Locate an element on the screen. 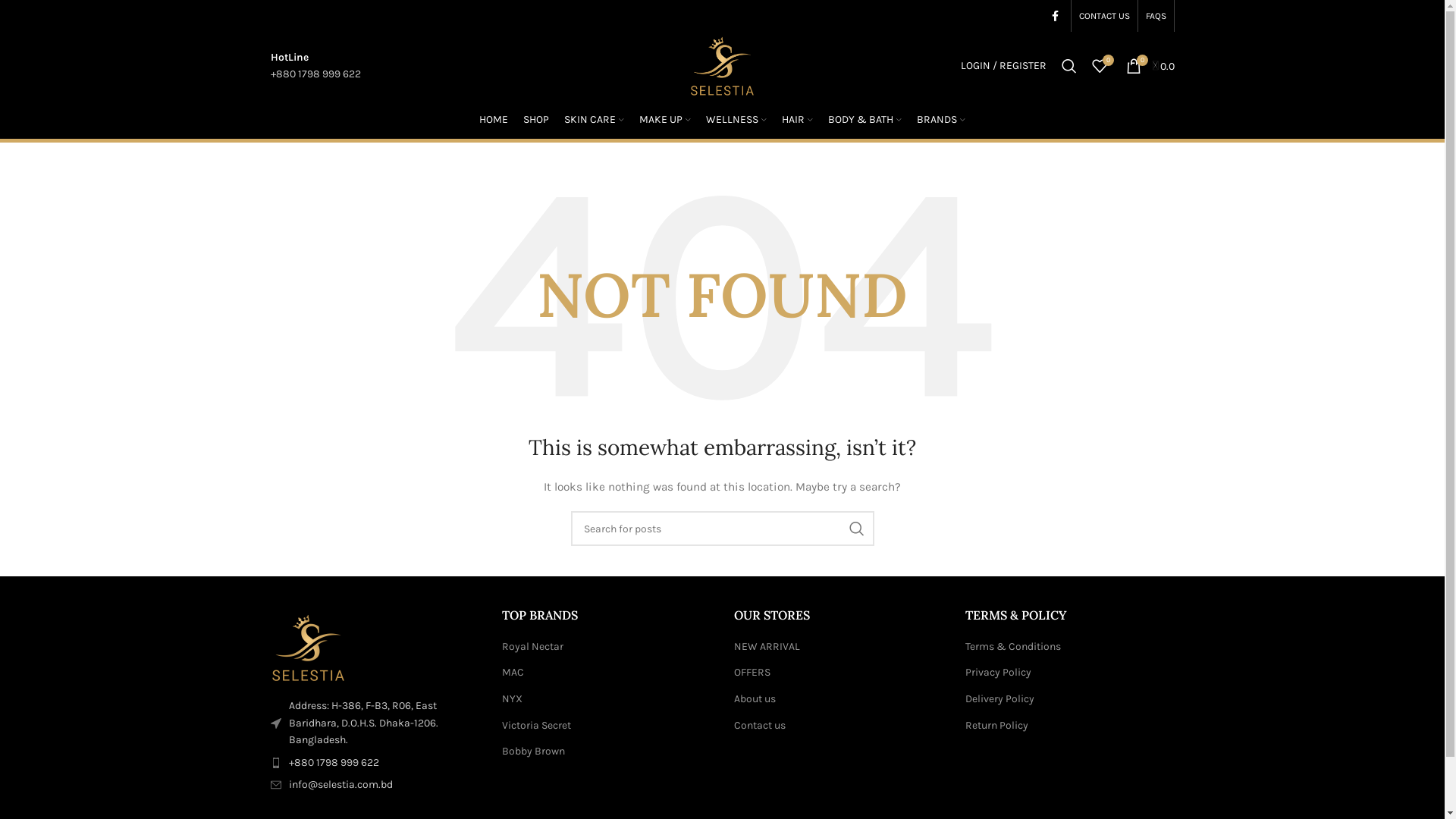 The image size is (1456, 819). 'BODY & BATH' is located at coordinates (864, 119).